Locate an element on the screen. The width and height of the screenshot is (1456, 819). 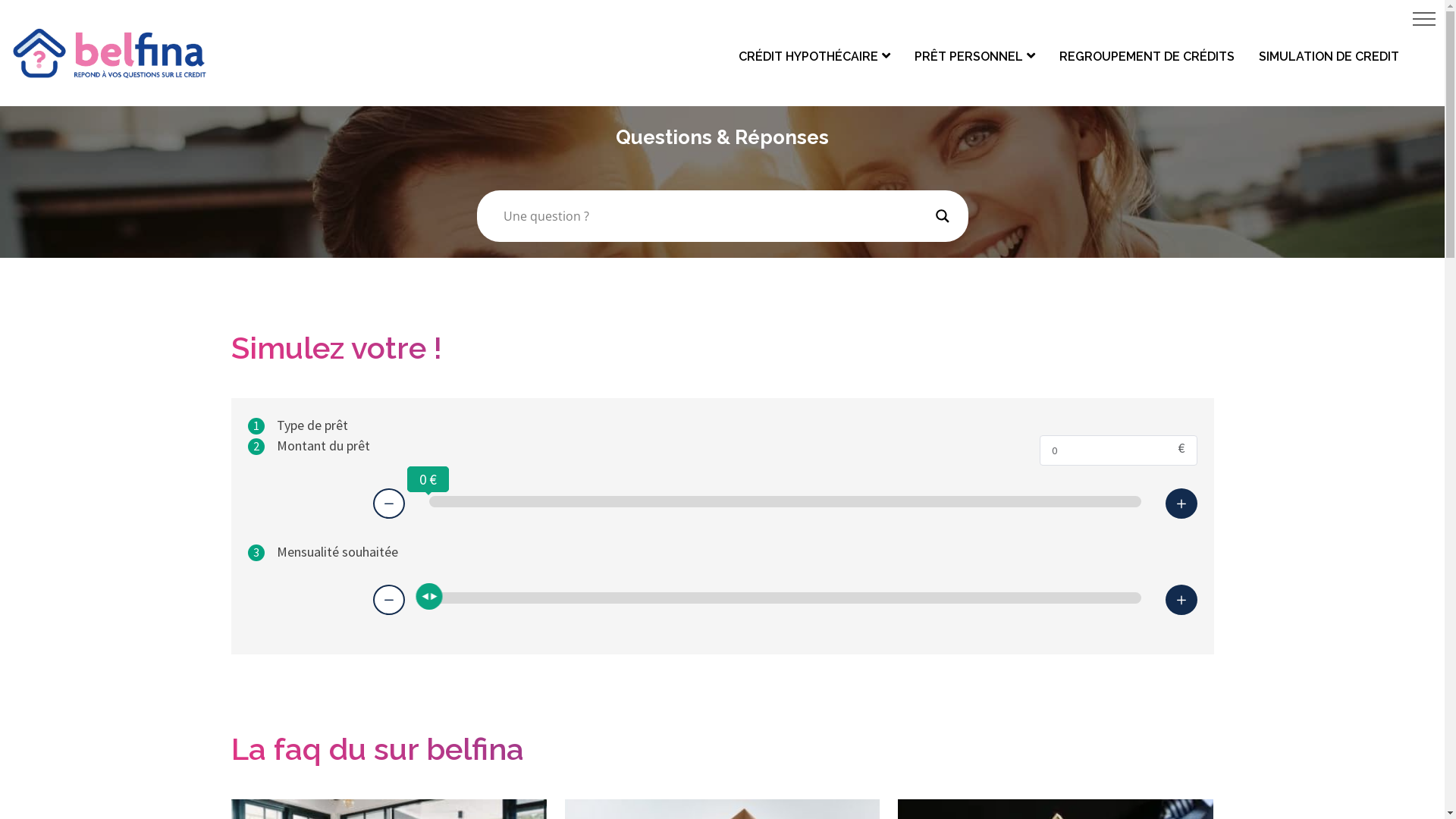
'SIMULATION DE CREDIT' is located at coordinates (1328, 55).